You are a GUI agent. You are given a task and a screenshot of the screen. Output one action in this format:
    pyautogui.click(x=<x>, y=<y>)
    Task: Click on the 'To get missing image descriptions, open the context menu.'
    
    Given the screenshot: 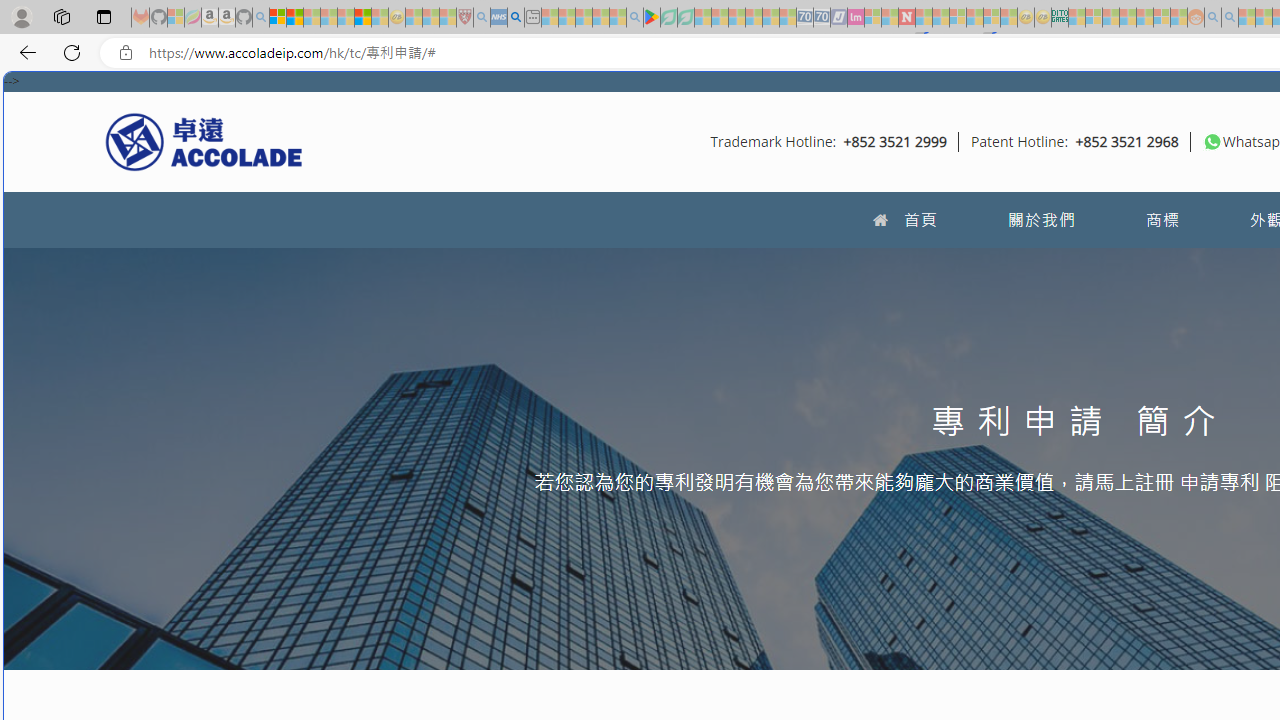 What is the action you would take?
    pyautogui.click(x=1211, y=140)
    